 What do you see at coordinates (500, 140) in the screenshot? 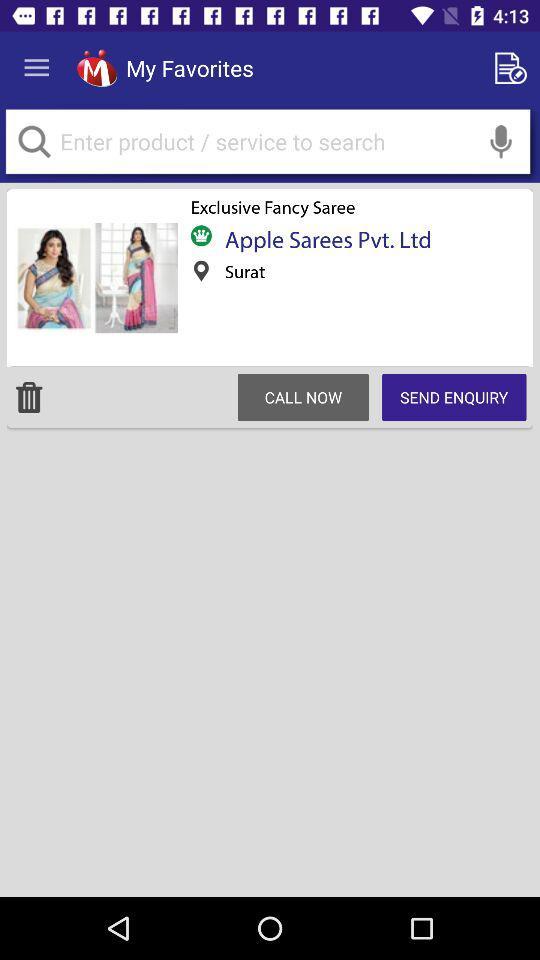
I see `the voice search icon` at bounding box center [500, 140].